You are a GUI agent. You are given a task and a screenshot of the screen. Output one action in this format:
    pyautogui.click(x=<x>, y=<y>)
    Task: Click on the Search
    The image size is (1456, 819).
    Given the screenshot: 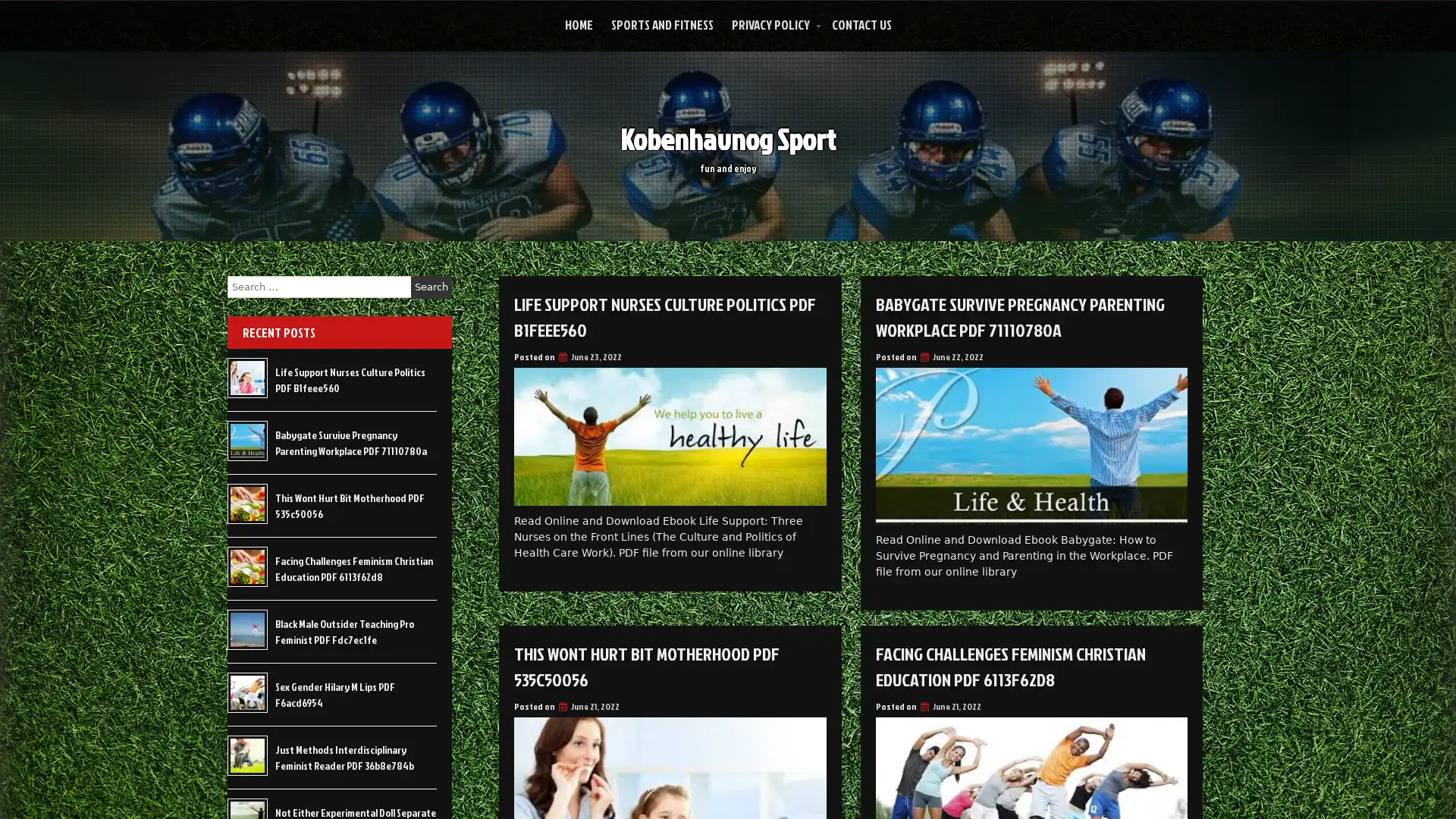 What is the action you would take?
    pyautogui.click(x=431, y=287)
    